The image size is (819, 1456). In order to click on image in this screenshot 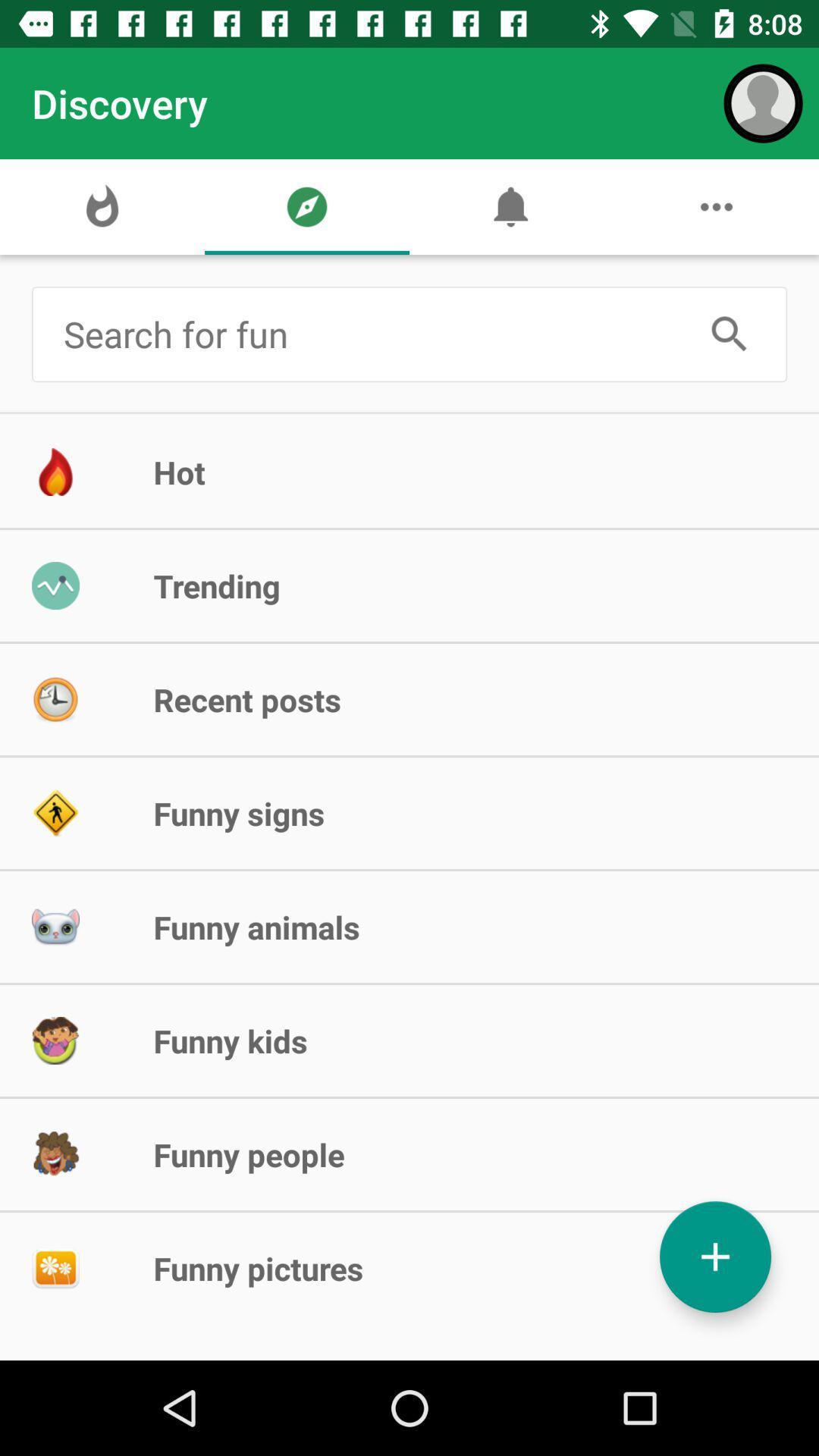, I will do `click(715, 1257)`.